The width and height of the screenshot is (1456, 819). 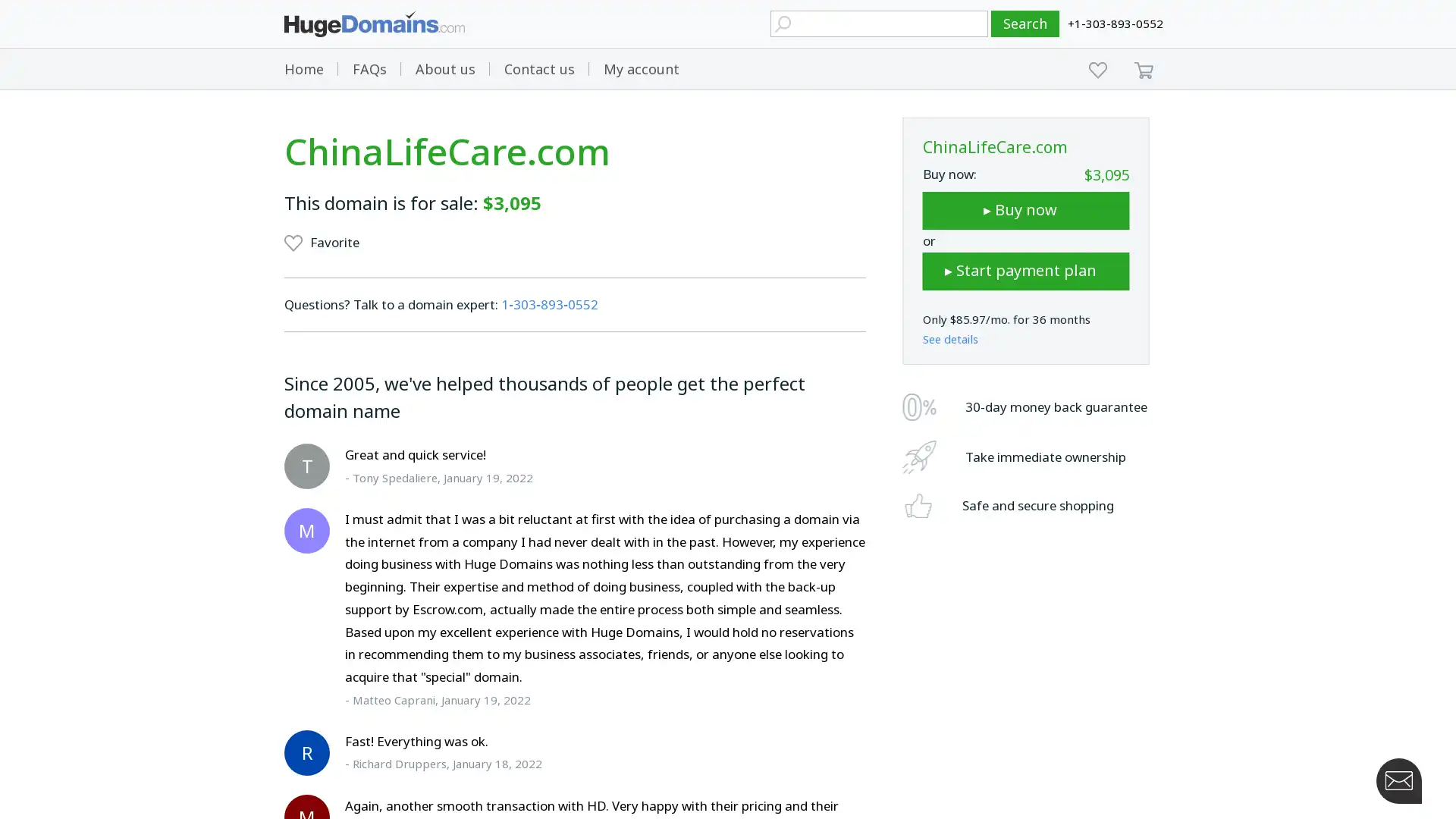 I want to click on Search, so click(x=1025, y=24).